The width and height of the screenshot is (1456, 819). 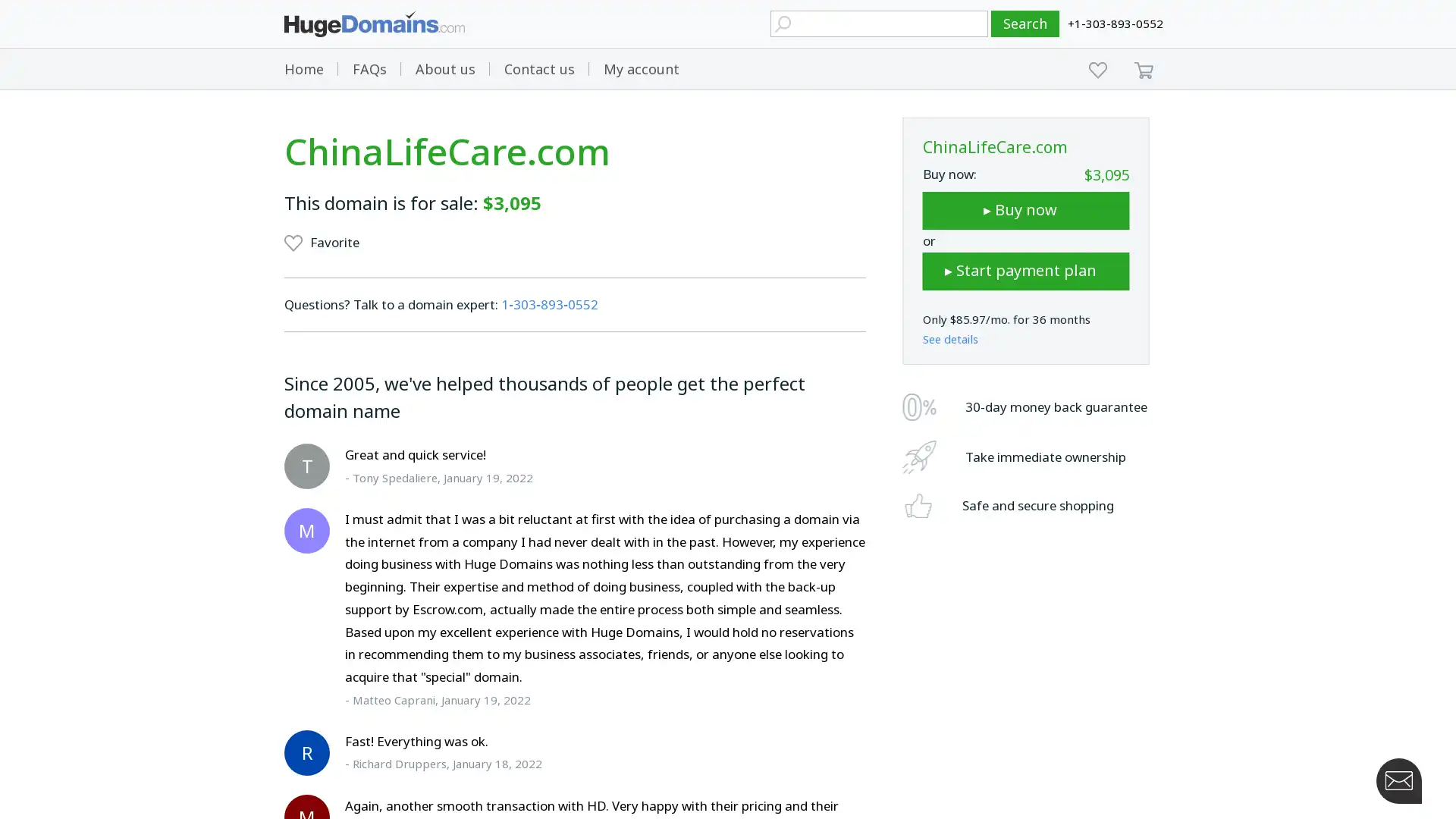 I want to click on Search, so click(x=1025, y=24).